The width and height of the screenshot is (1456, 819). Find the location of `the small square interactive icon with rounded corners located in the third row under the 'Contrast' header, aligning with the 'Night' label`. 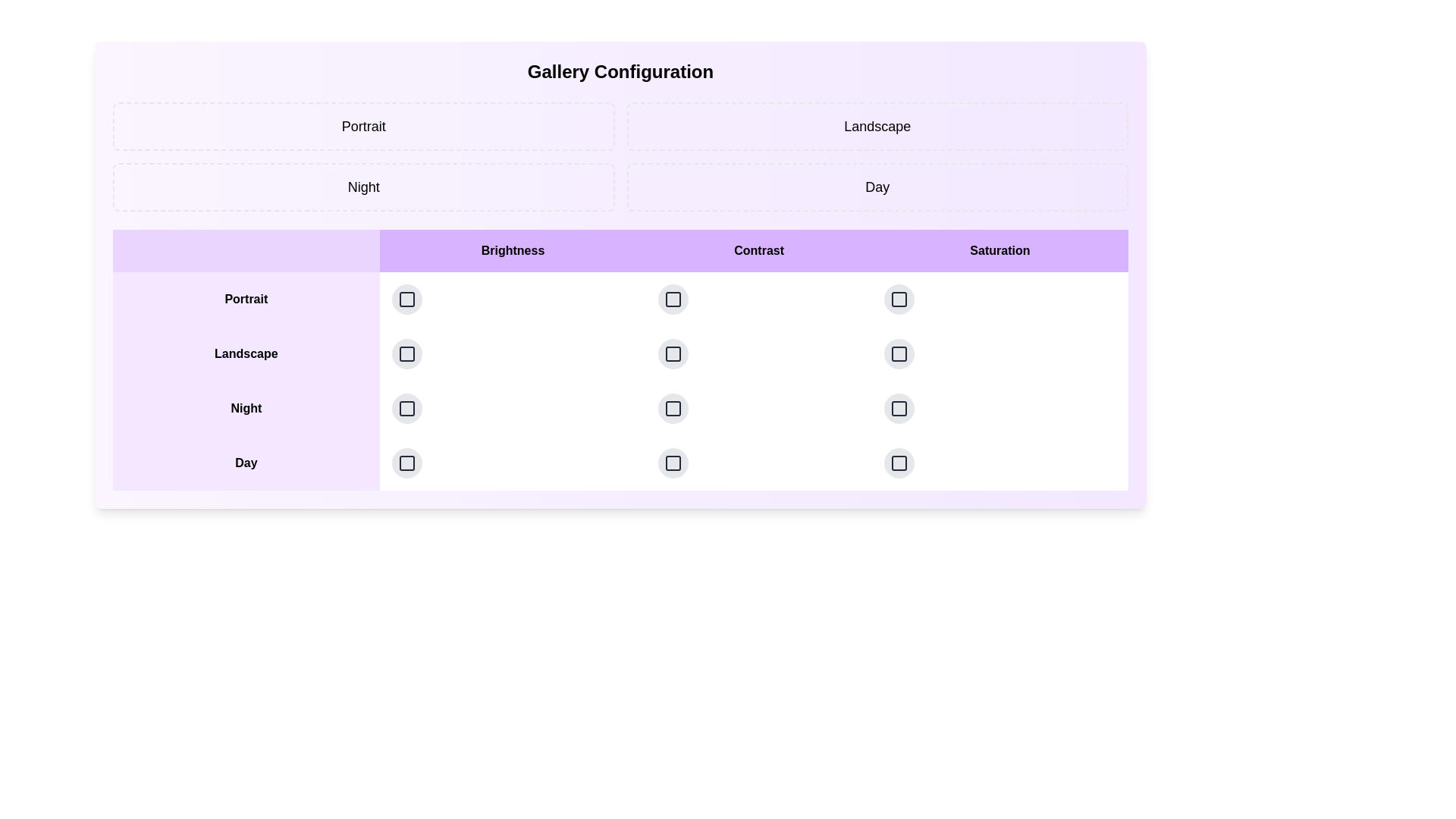

the small square interactive icon with rounded corners located in the third row under the 'Contrast' header, aligning with the 'Night' label is located at coordinates (673, 408).